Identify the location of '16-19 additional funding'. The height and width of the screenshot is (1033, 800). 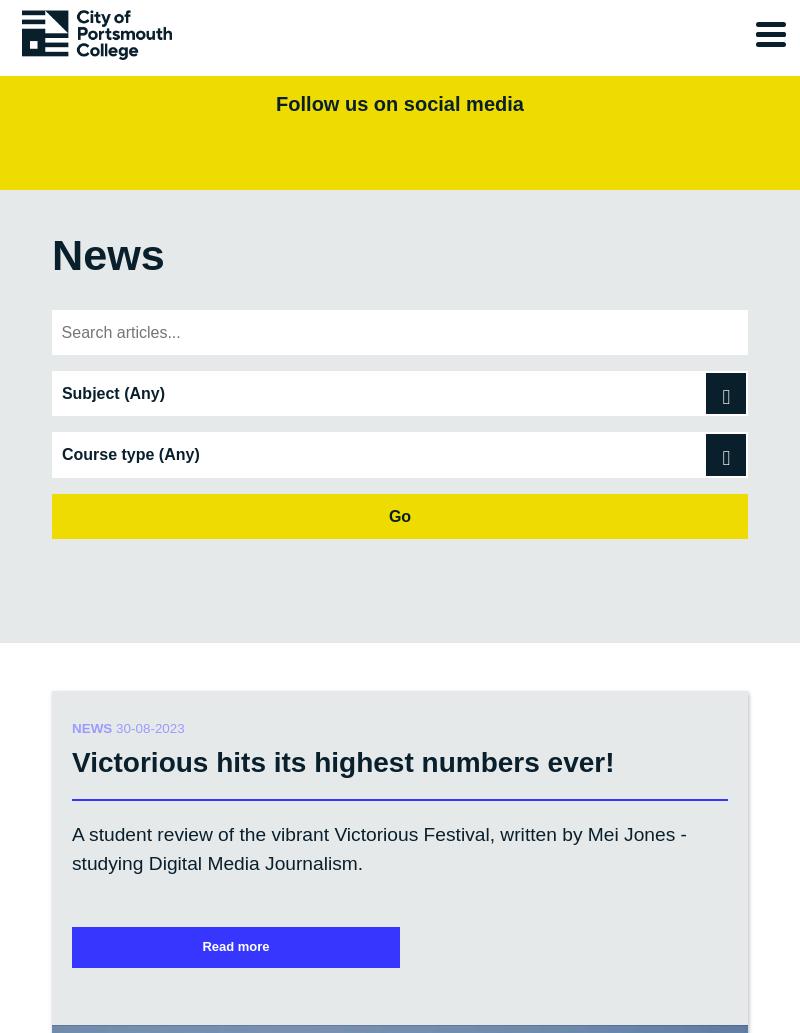
(152, 713).